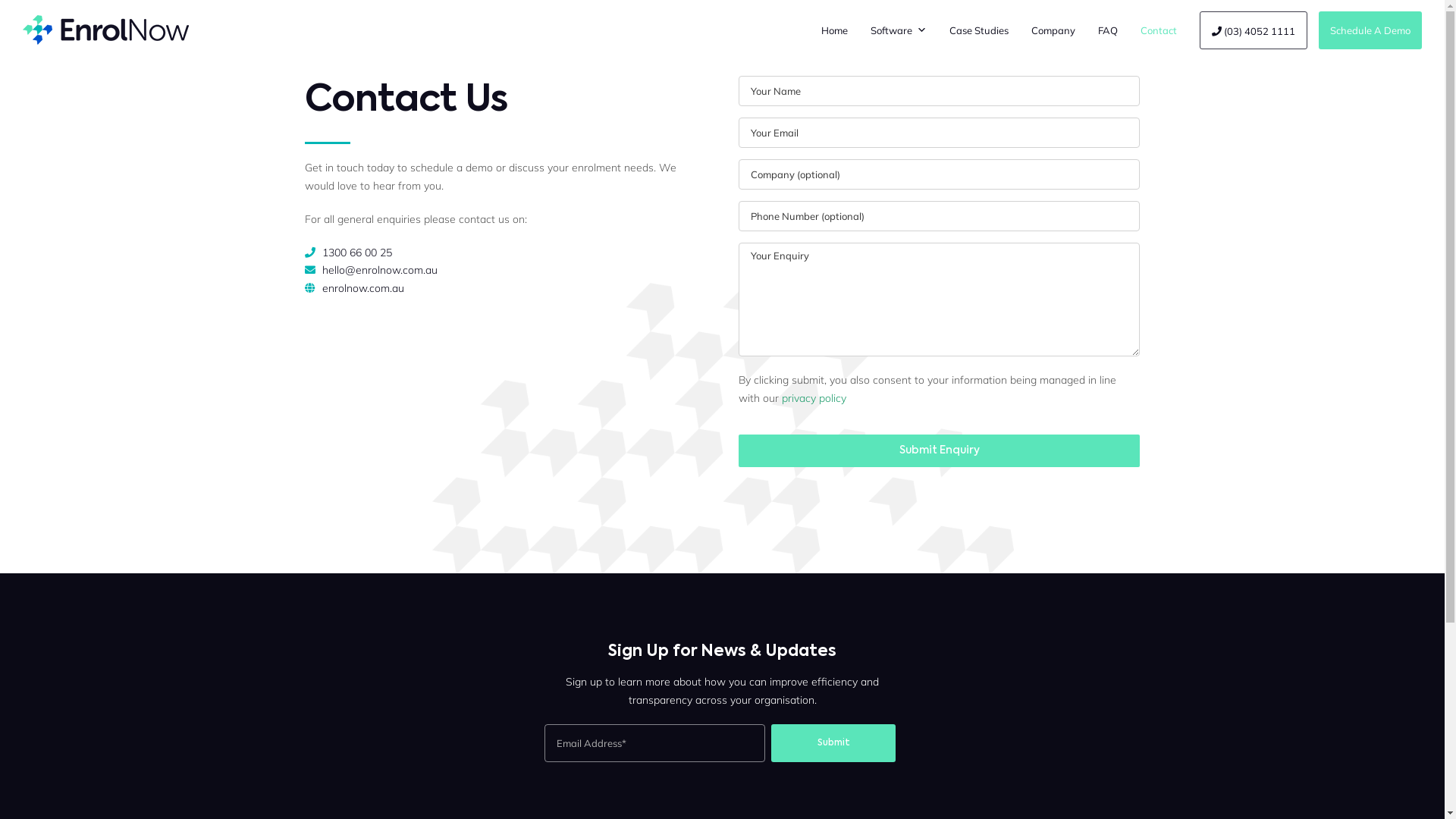 Image resolution: width=1456 pixels, height=819 pixels. What do you see at coordinates (379, 268) in the screenshot?
I see `'hello@enrolnow.com.au'` at bounding box center [379, 268].